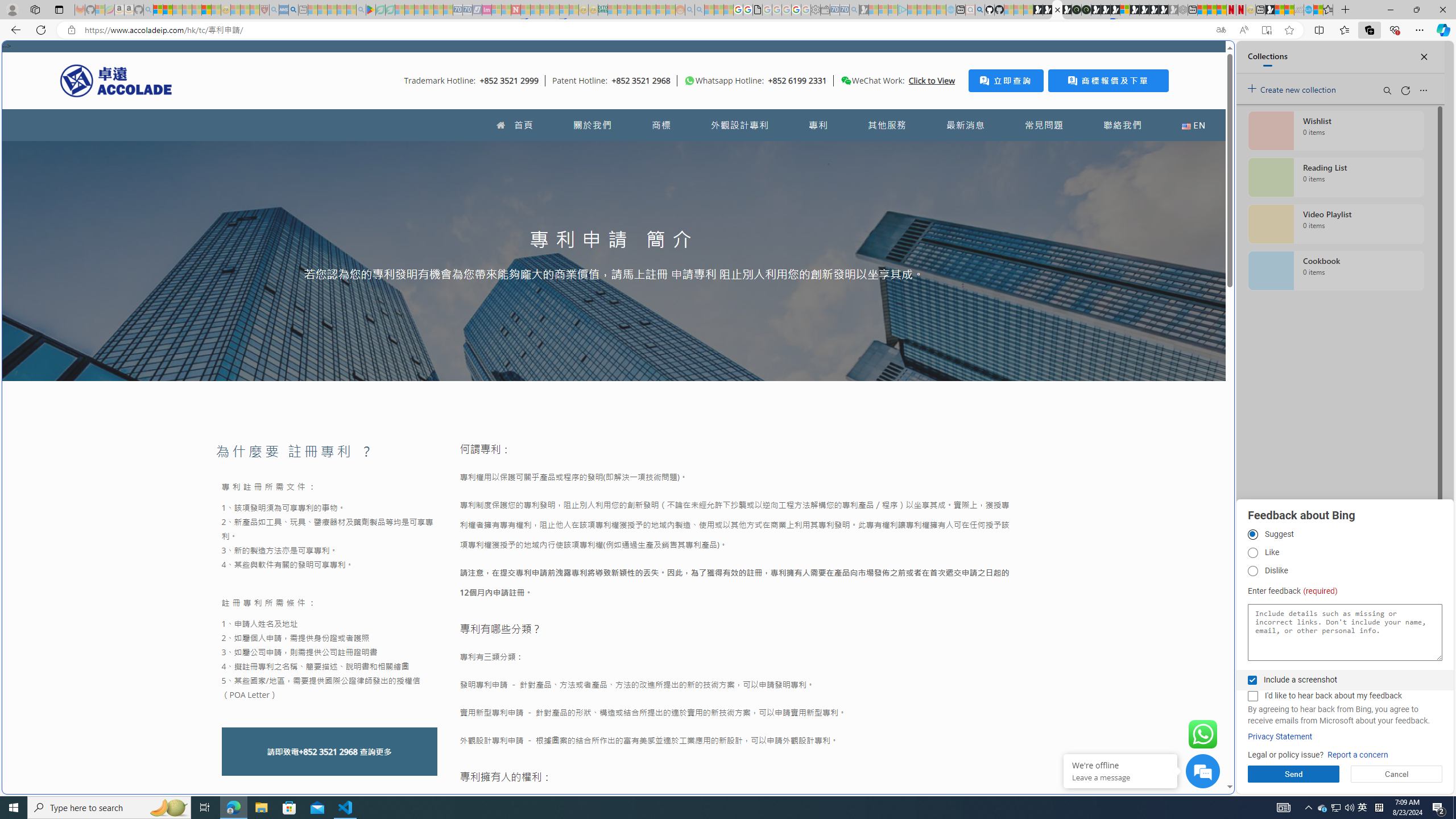  I want to click on 'Class: desktop', so click(846, 80).